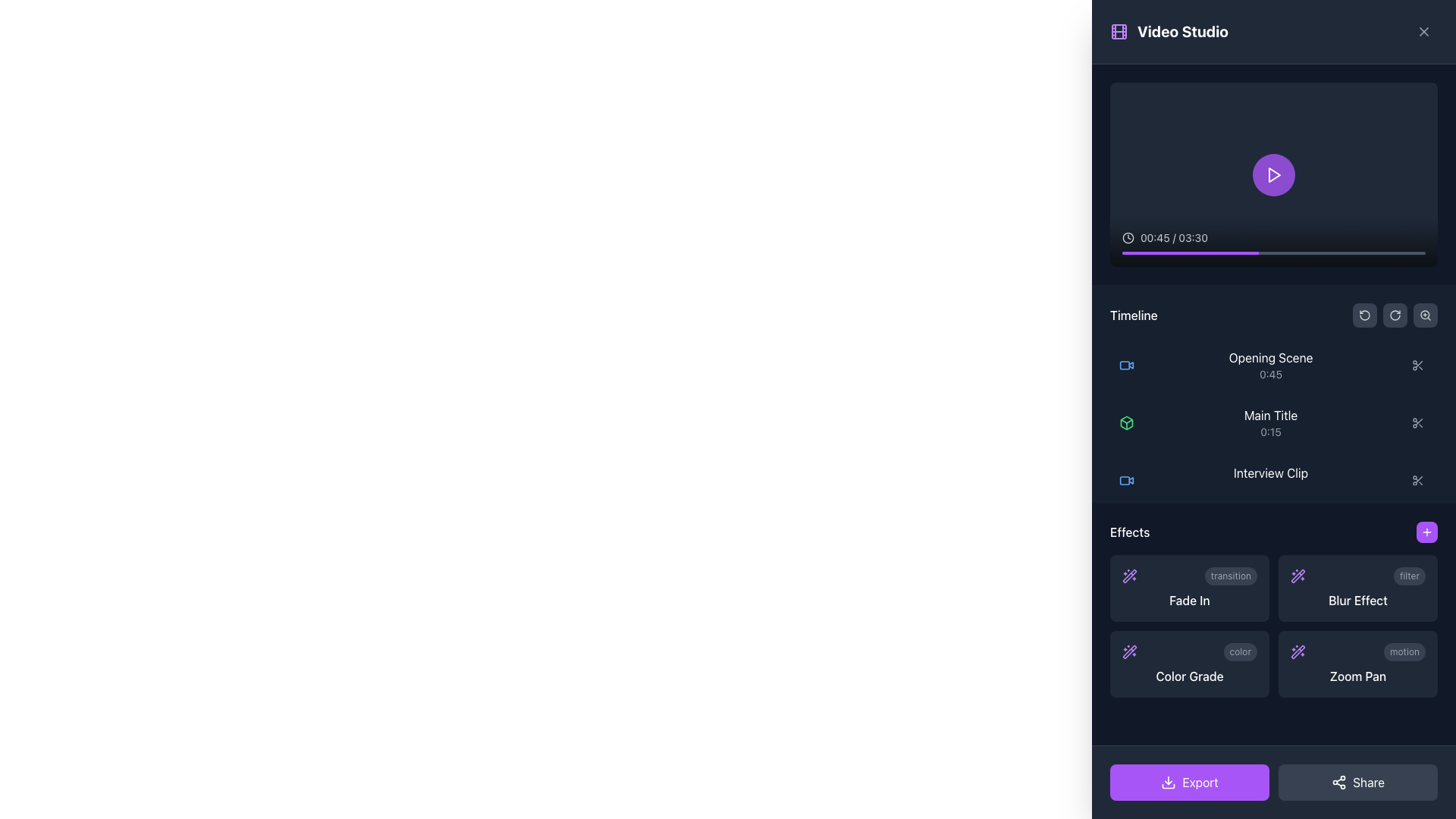 Image resolution: width=1456 pixels, height=819 pixels. Describe the element at coordinates (1274, 480) in the screenshot. I see `the third timeline item titled 'Interview Clip'` at that location.